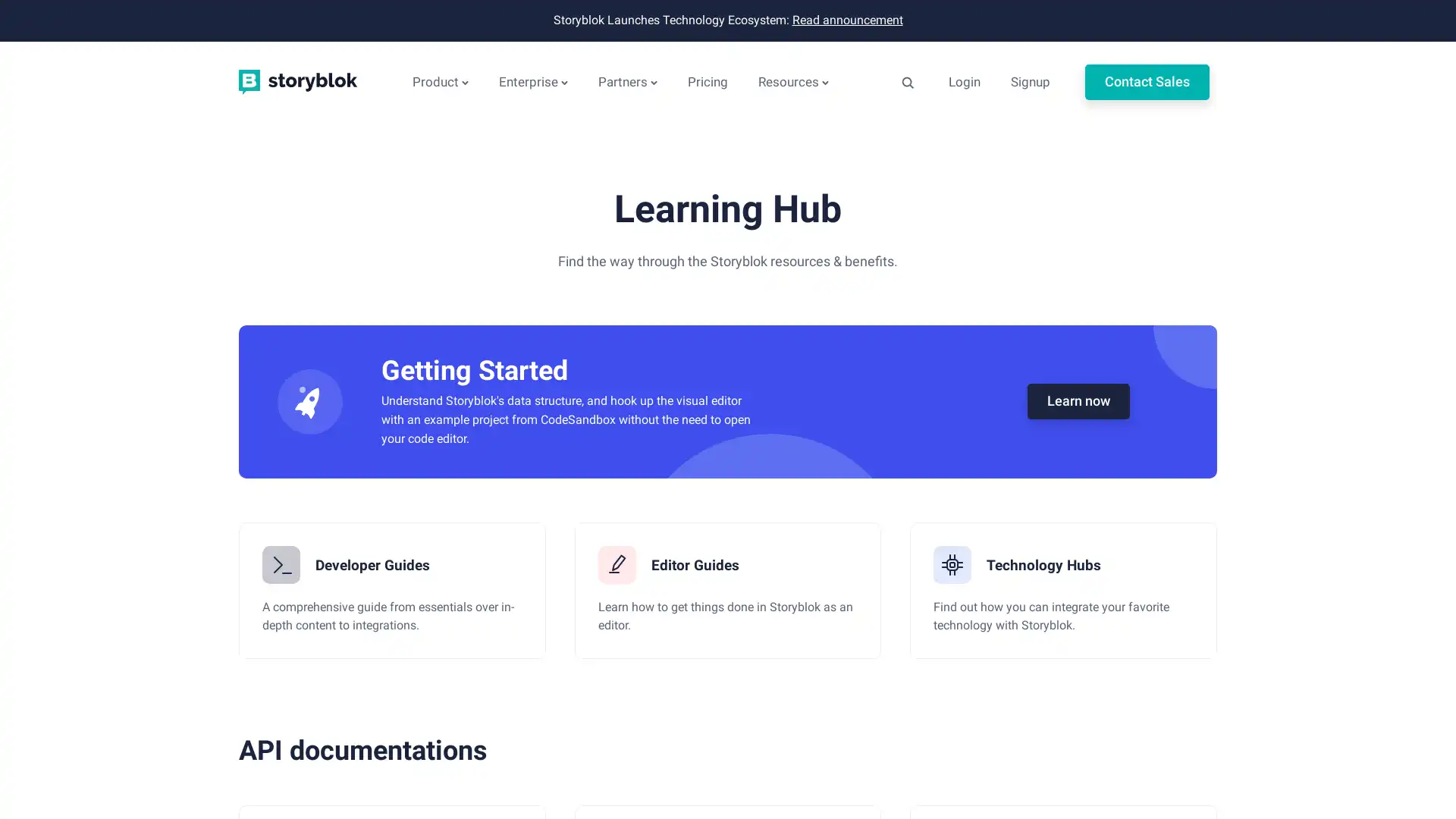  What do you see at coordinates (628, 82) in the screenshot?
I see `Partners` at bounding box center [628, 82].